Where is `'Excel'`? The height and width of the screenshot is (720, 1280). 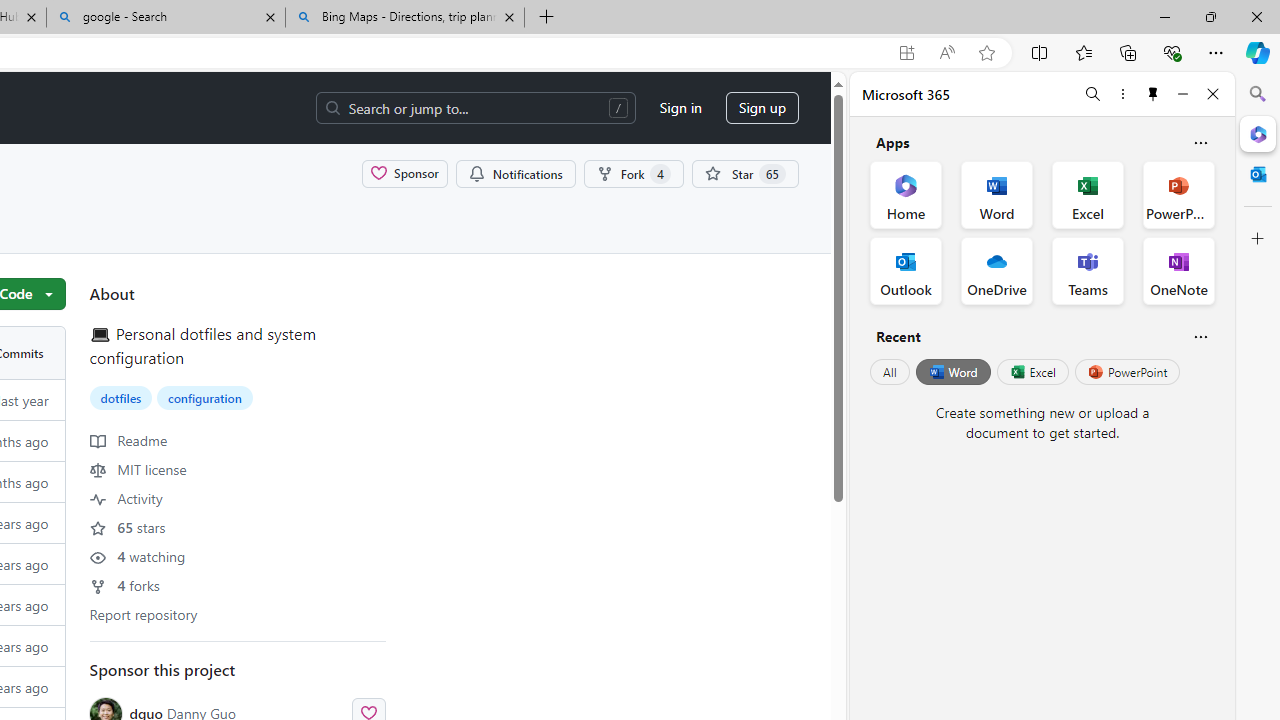
'Excel' is located at coordinates (1032, 372).